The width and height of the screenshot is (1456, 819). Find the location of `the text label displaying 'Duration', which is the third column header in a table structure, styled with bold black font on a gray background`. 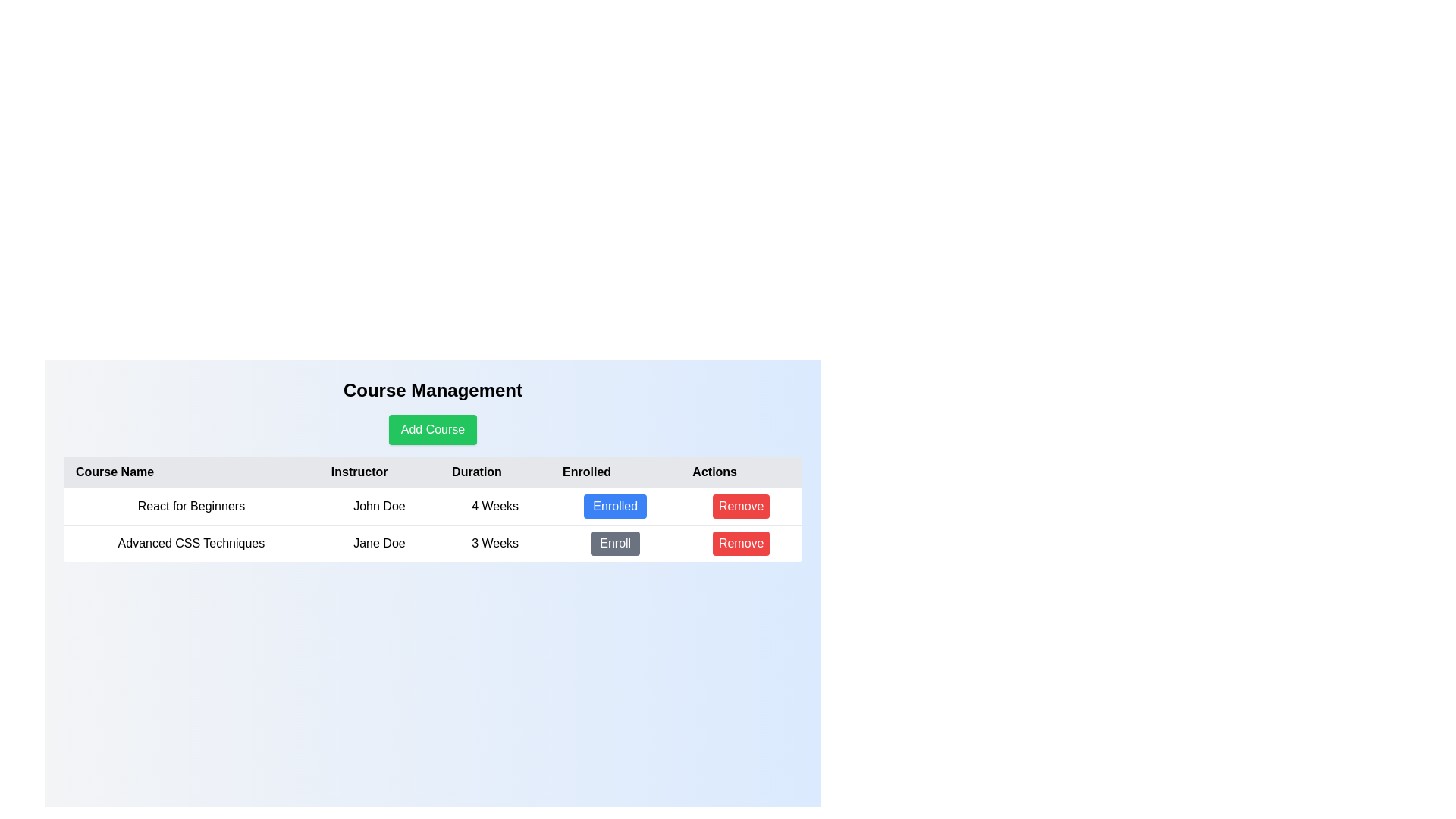

the text label displaying 'Duration', which is the third column header in a table structure, styled with bold black font on a gray background is located at coordinates (495, 472).